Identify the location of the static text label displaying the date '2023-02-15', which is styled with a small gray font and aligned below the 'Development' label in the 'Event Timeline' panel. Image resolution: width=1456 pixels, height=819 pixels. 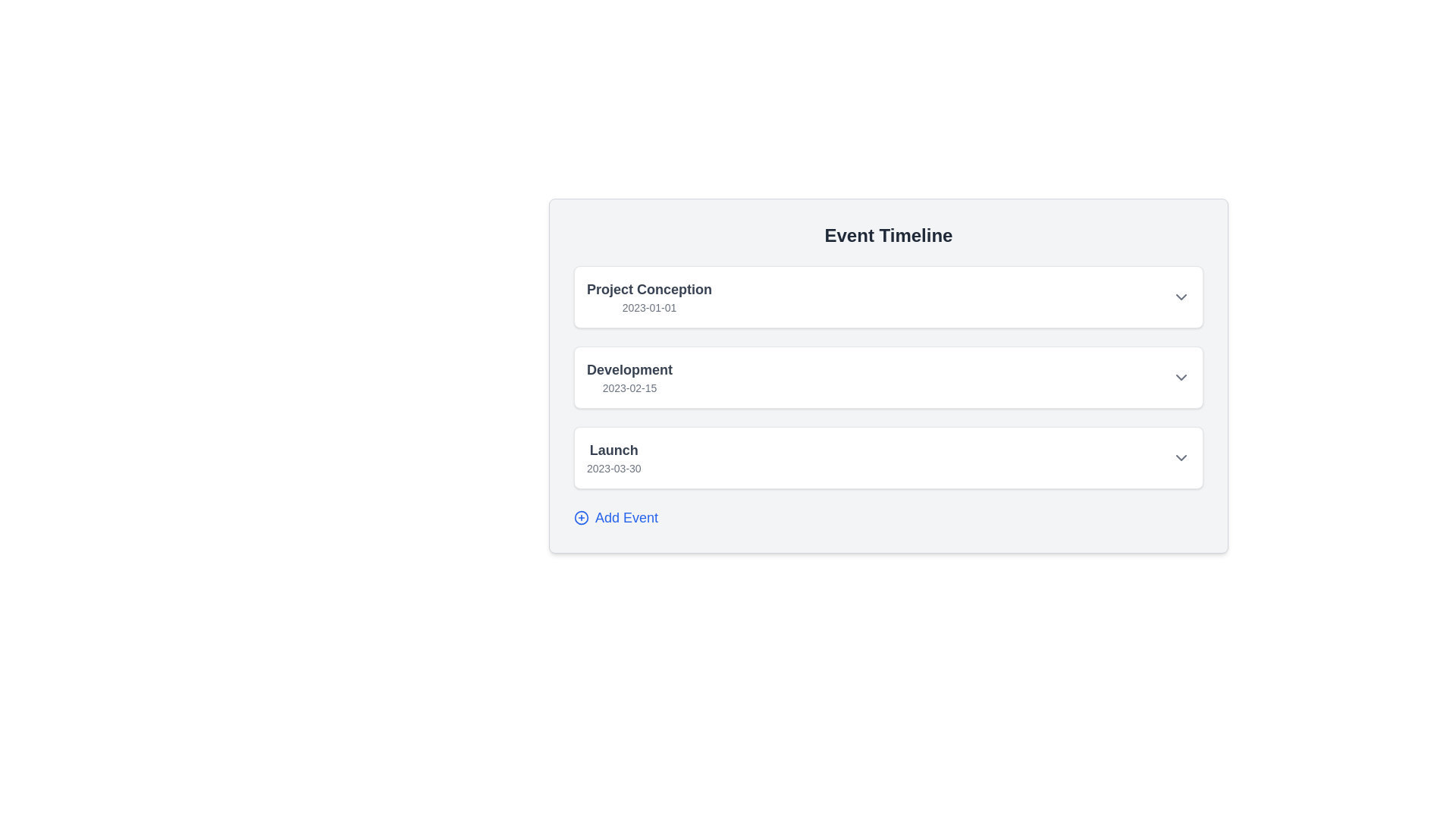
(629, 388).